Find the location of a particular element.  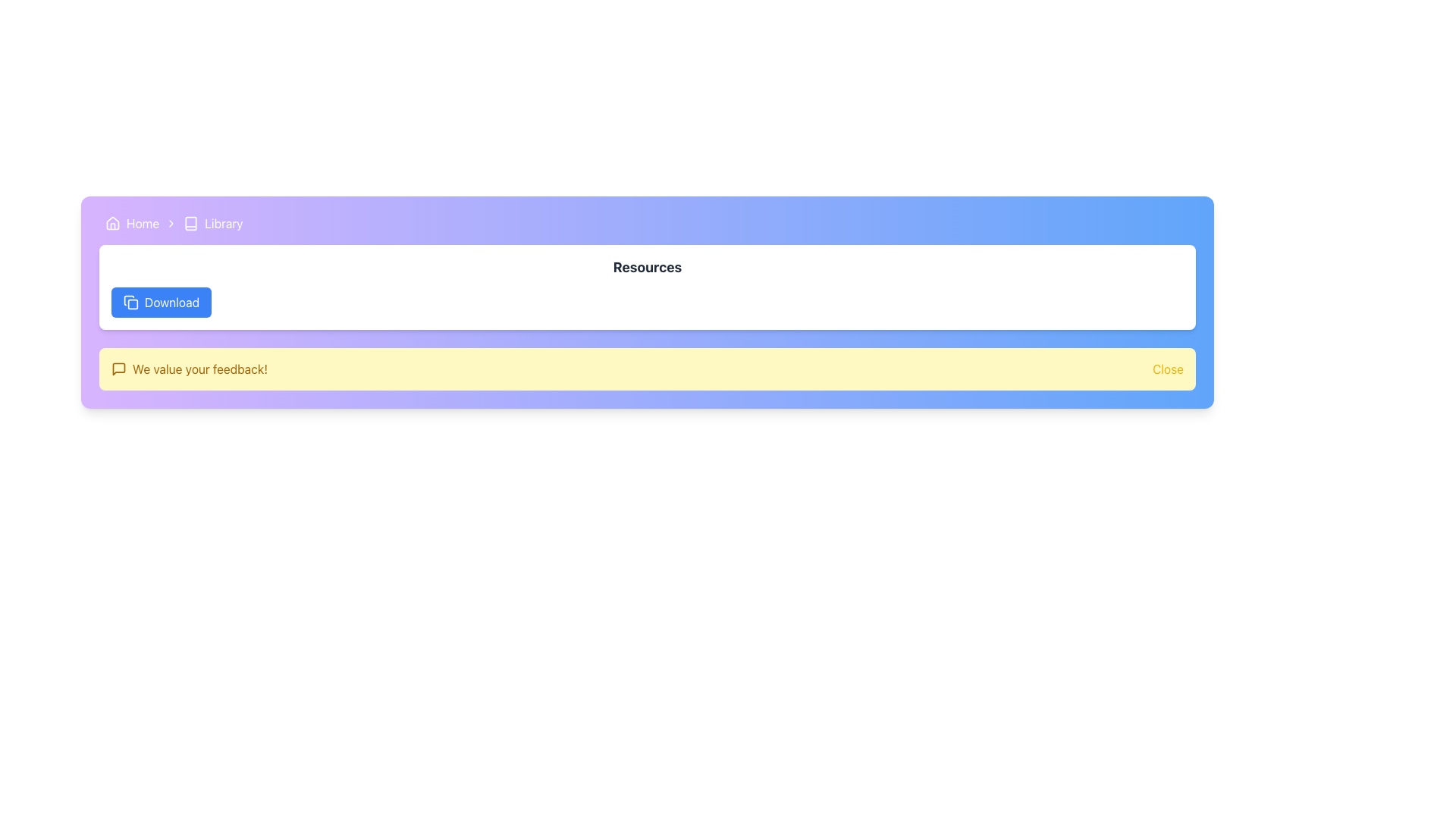

the 'Library' breadcrumb text label, which indicates the user's current location within the application is located at coordinates (223, 223).